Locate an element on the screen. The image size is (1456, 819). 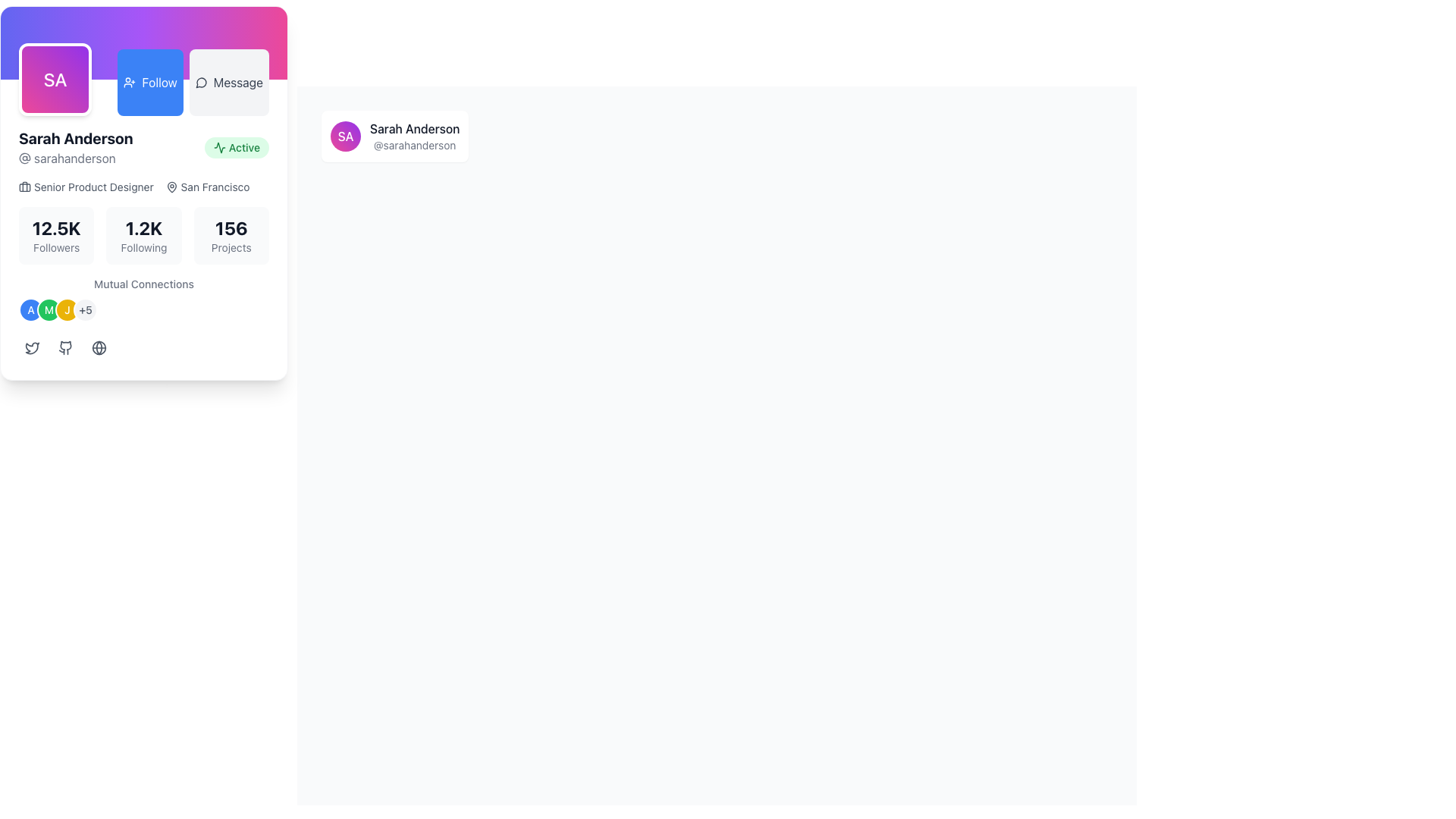
the Avatar or User Icon representing the user identifier 'A' in the 'Mutual Connections' section, positioned as the first item in the group of elements labeled 'AMJ+5' is located at coordinates (31, 309).